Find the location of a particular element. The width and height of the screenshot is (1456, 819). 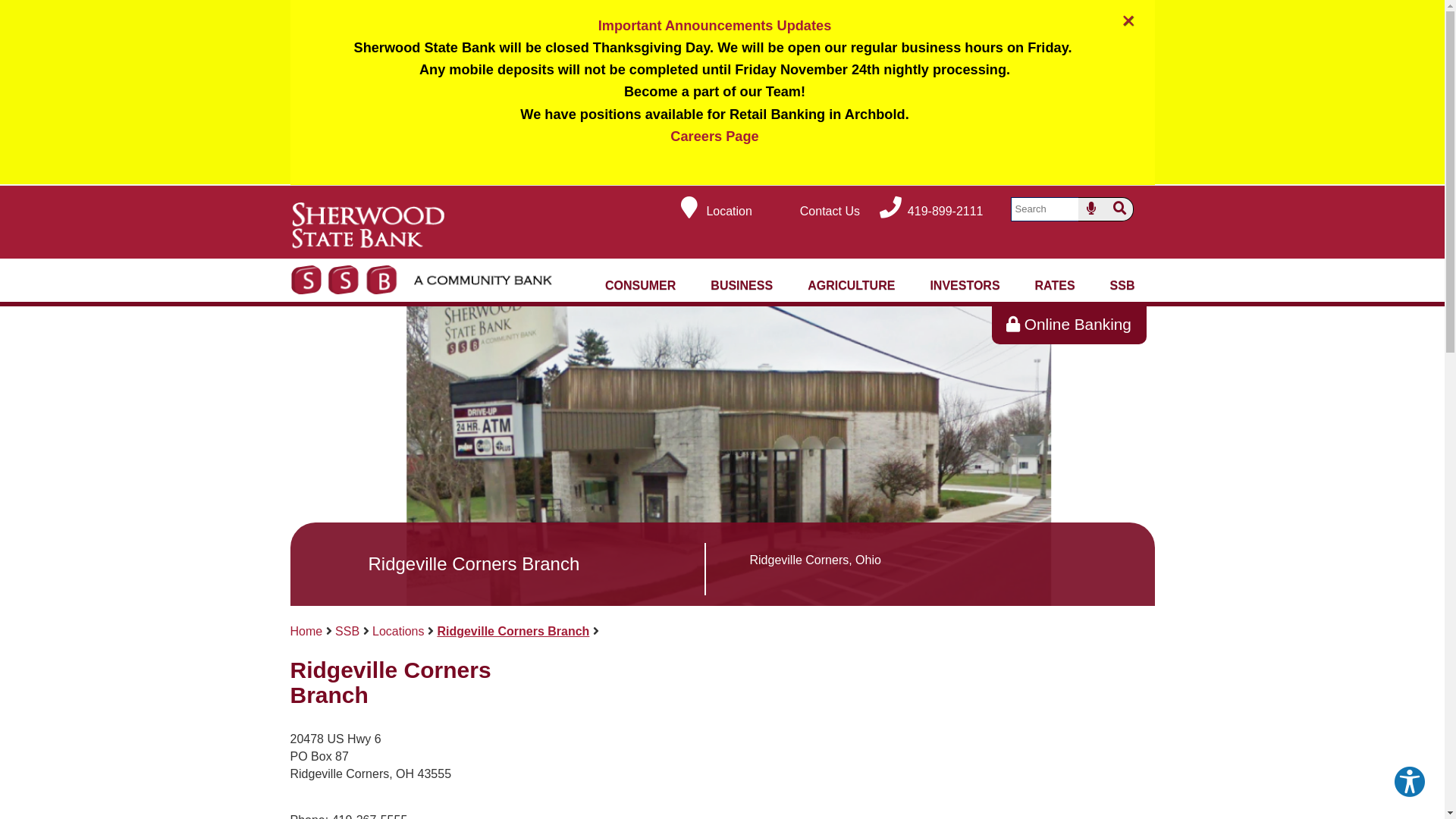

'Careers Page' is located at coordinates (669, 136).